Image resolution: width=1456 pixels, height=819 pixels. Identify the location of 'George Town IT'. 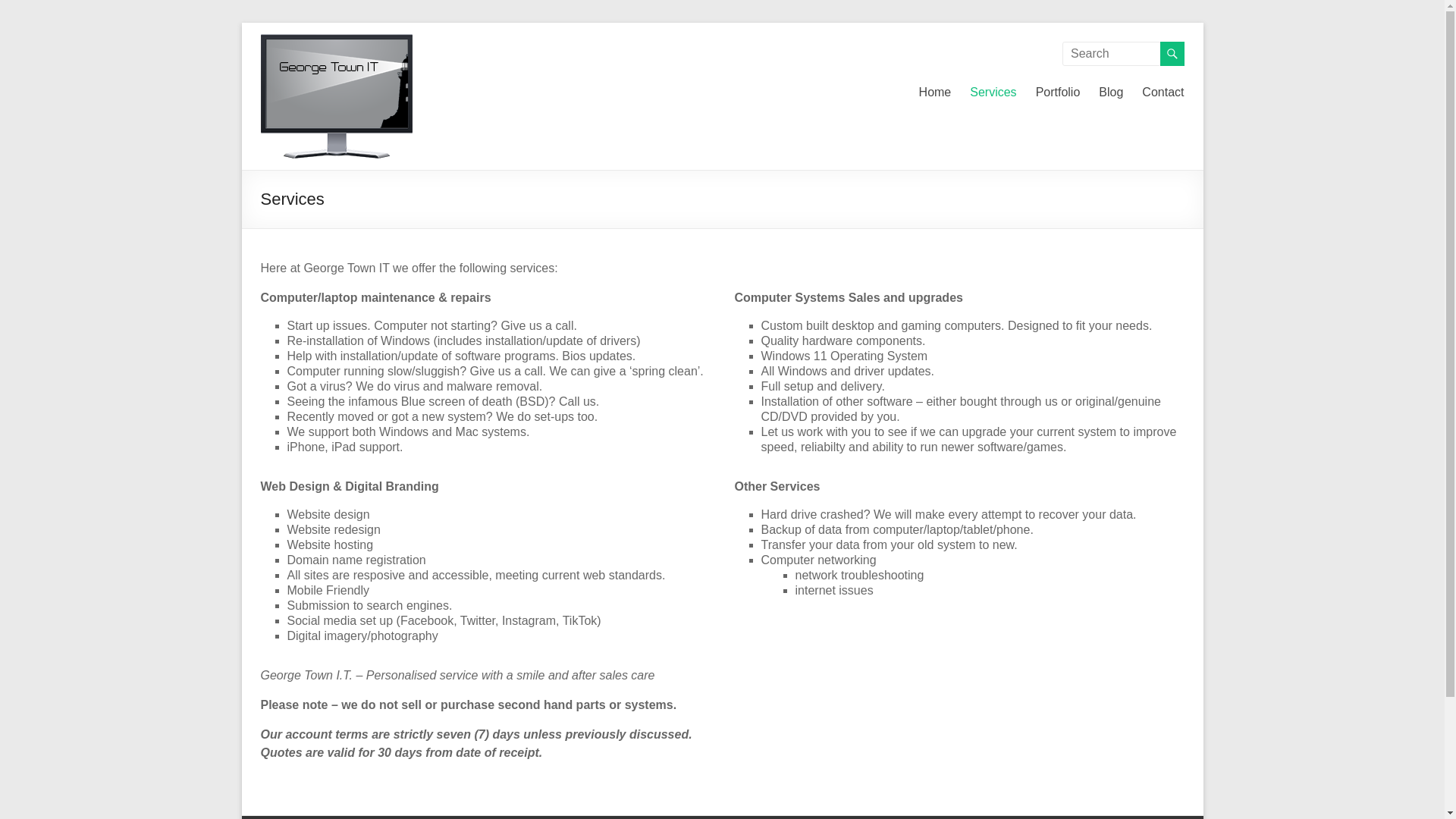
(304, 83).